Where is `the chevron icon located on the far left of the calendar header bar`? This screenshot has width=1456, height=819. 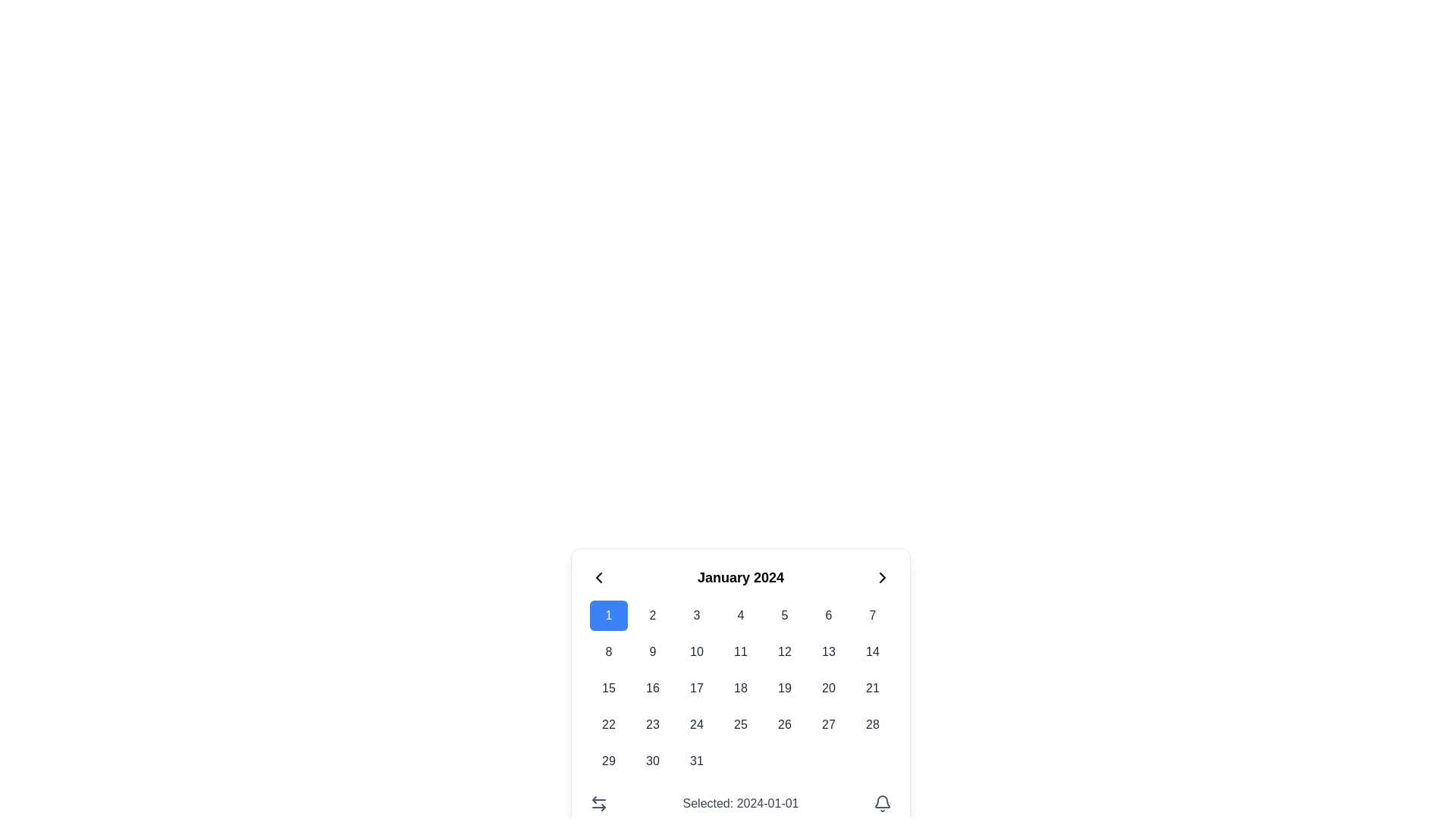 the chevron icon located on the far left of the calendar header bar is located at coordinates (598, 578).